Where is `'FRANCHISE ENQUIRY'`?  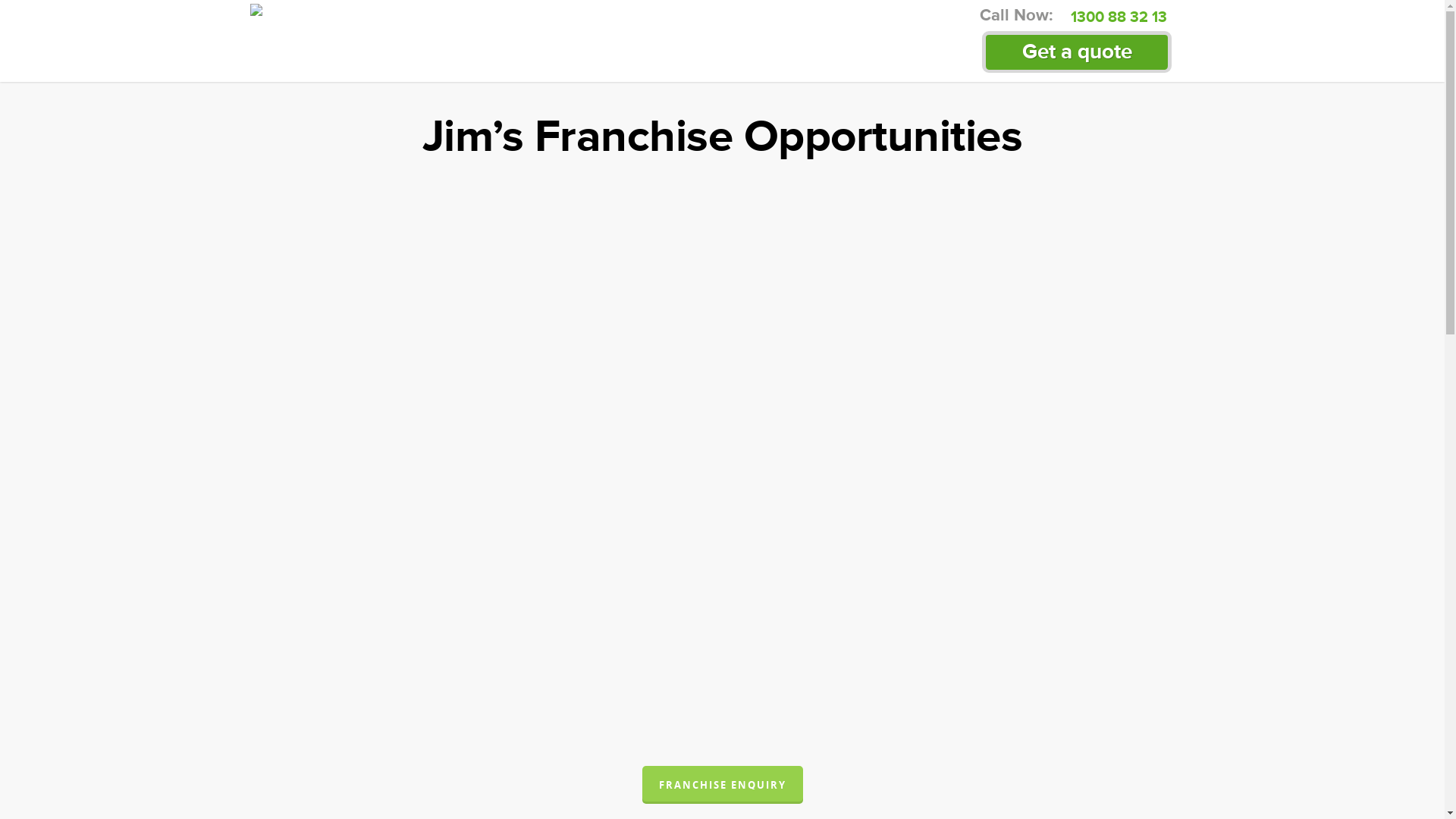 'FRANCHISE ENQUIRY' is located at coordinates (720, 784).